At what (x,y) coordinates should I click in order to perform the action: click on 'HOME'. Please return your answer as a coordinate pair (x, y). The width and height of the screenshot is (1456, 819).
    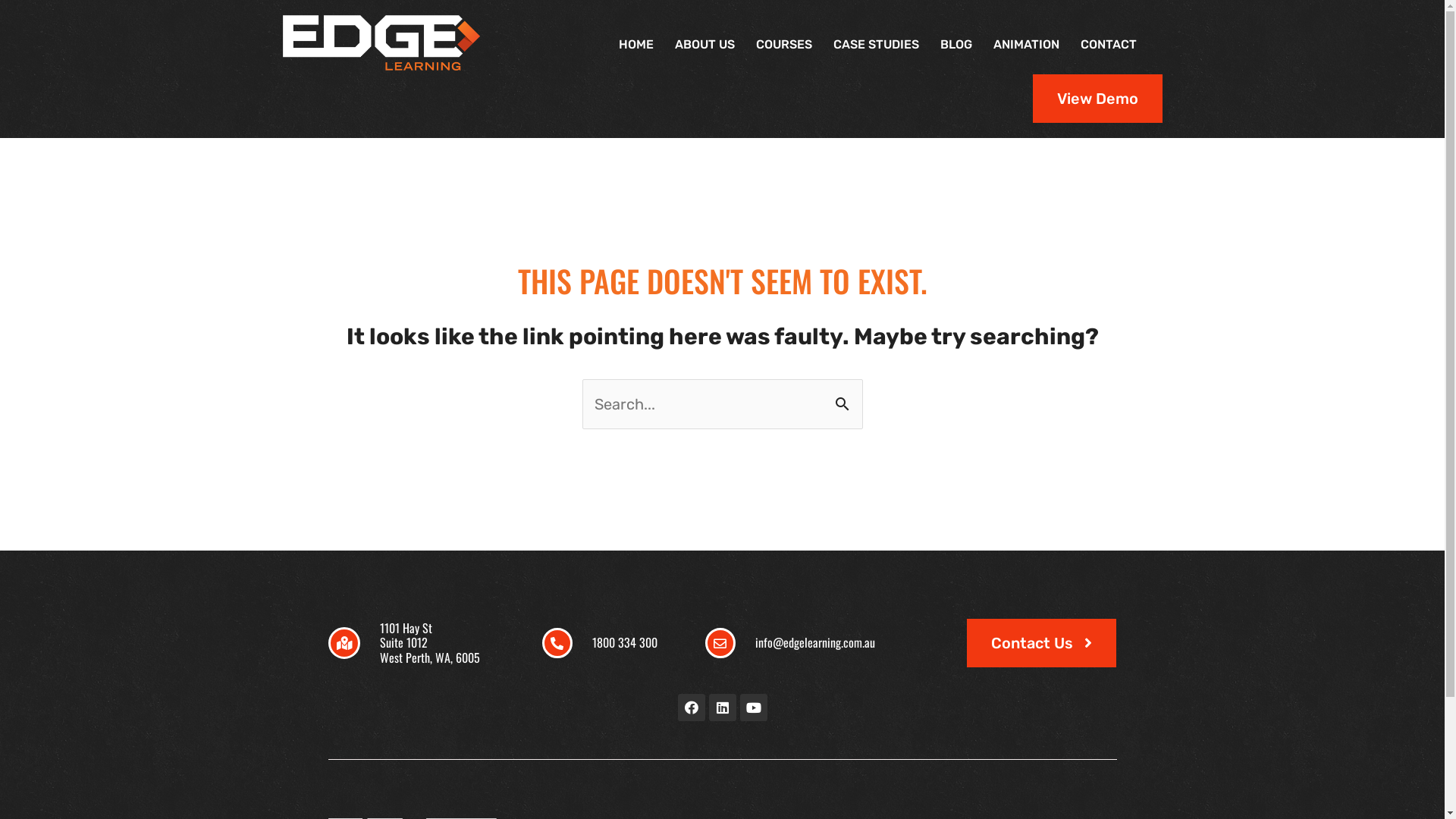
    Looking at the image, I should click on (636, 43).